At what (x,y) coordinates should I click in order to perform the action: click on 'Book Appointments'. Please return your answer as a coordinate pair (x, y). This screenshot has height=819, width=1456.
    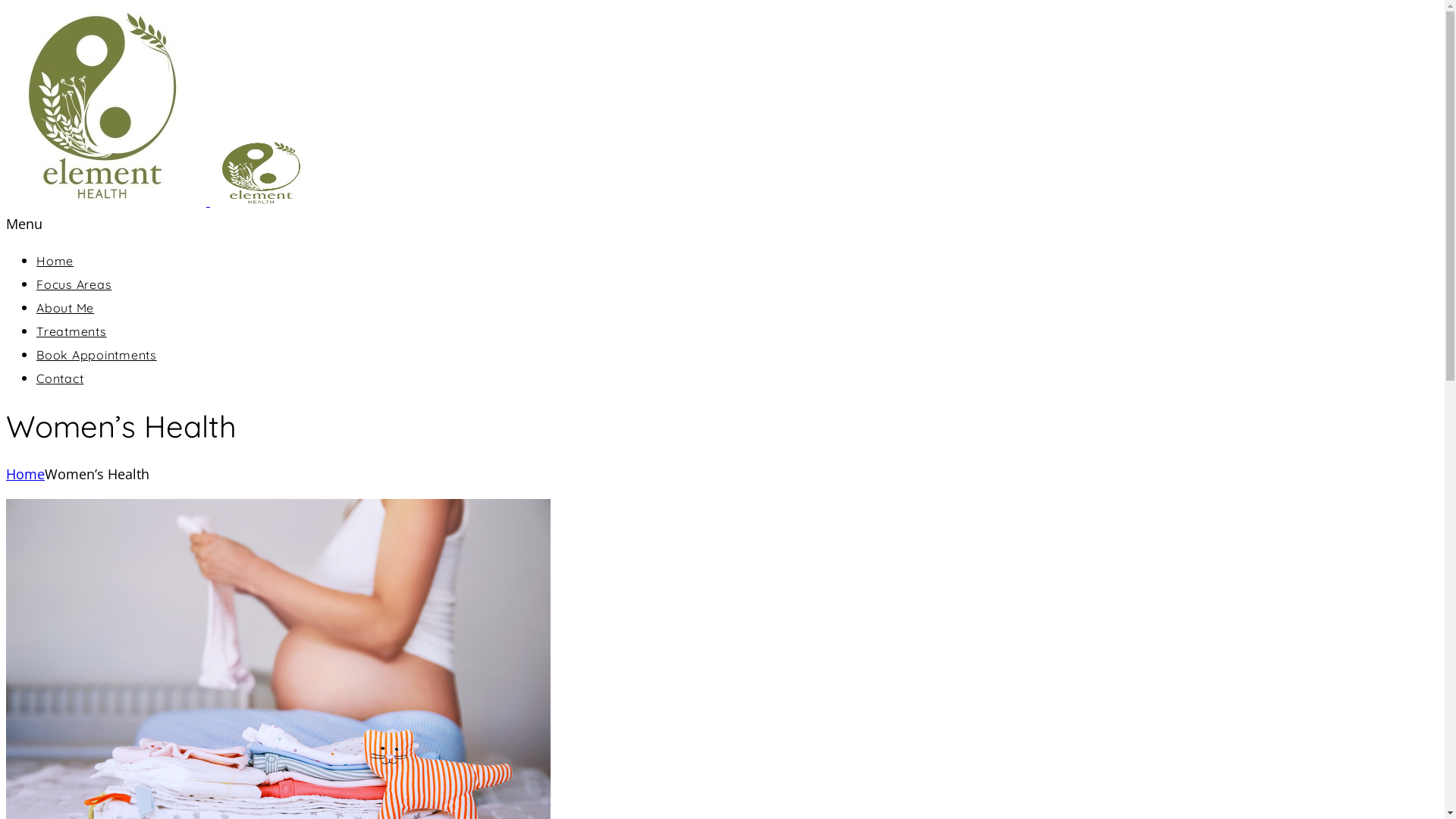
    Looking at the image, I should click on (96, 354).